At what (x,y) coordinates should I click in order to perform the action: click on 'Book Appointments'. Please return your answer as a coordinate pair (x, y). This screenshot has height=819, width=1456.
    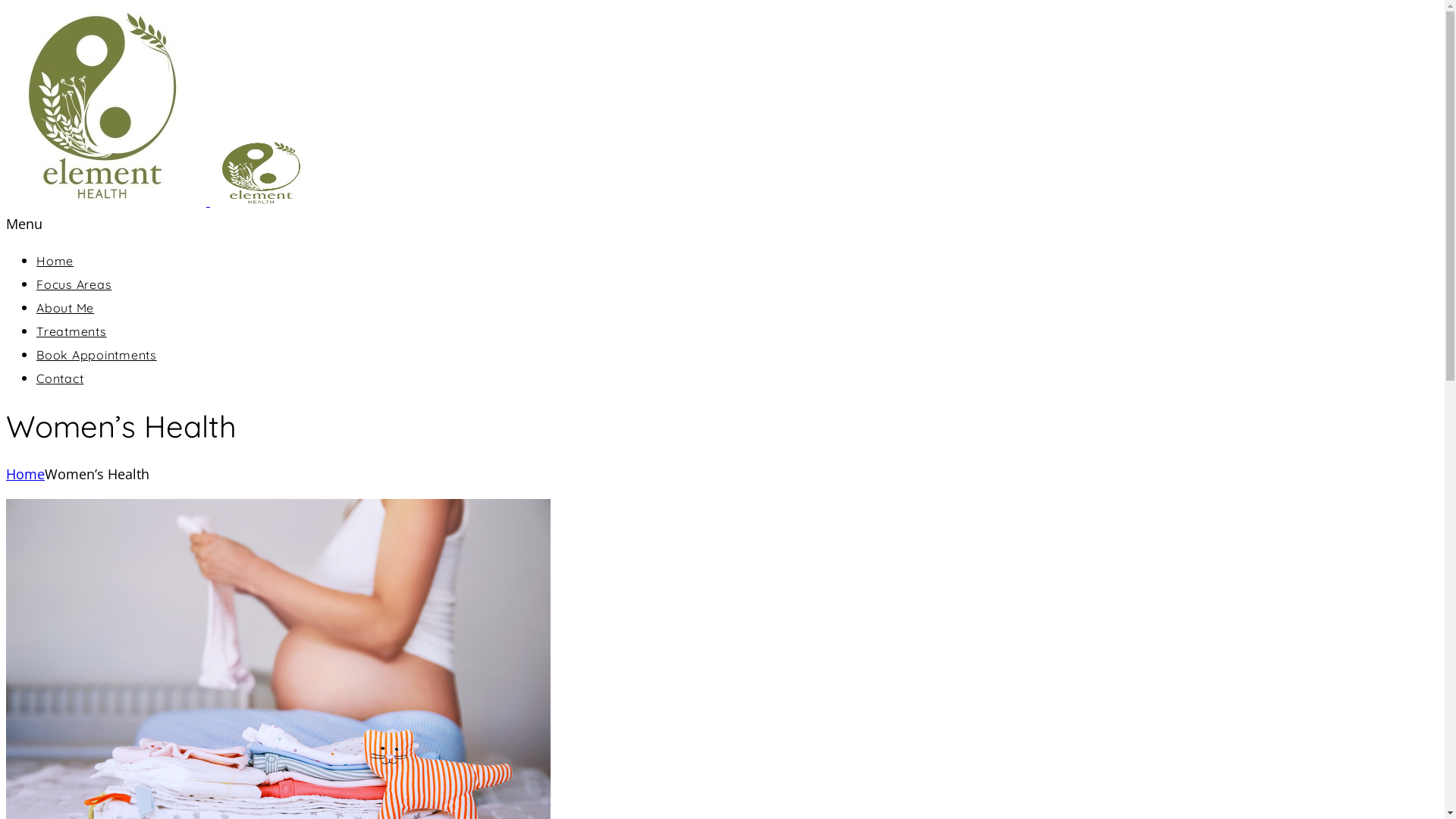
    Looking at the image, I should click on (96, 354).